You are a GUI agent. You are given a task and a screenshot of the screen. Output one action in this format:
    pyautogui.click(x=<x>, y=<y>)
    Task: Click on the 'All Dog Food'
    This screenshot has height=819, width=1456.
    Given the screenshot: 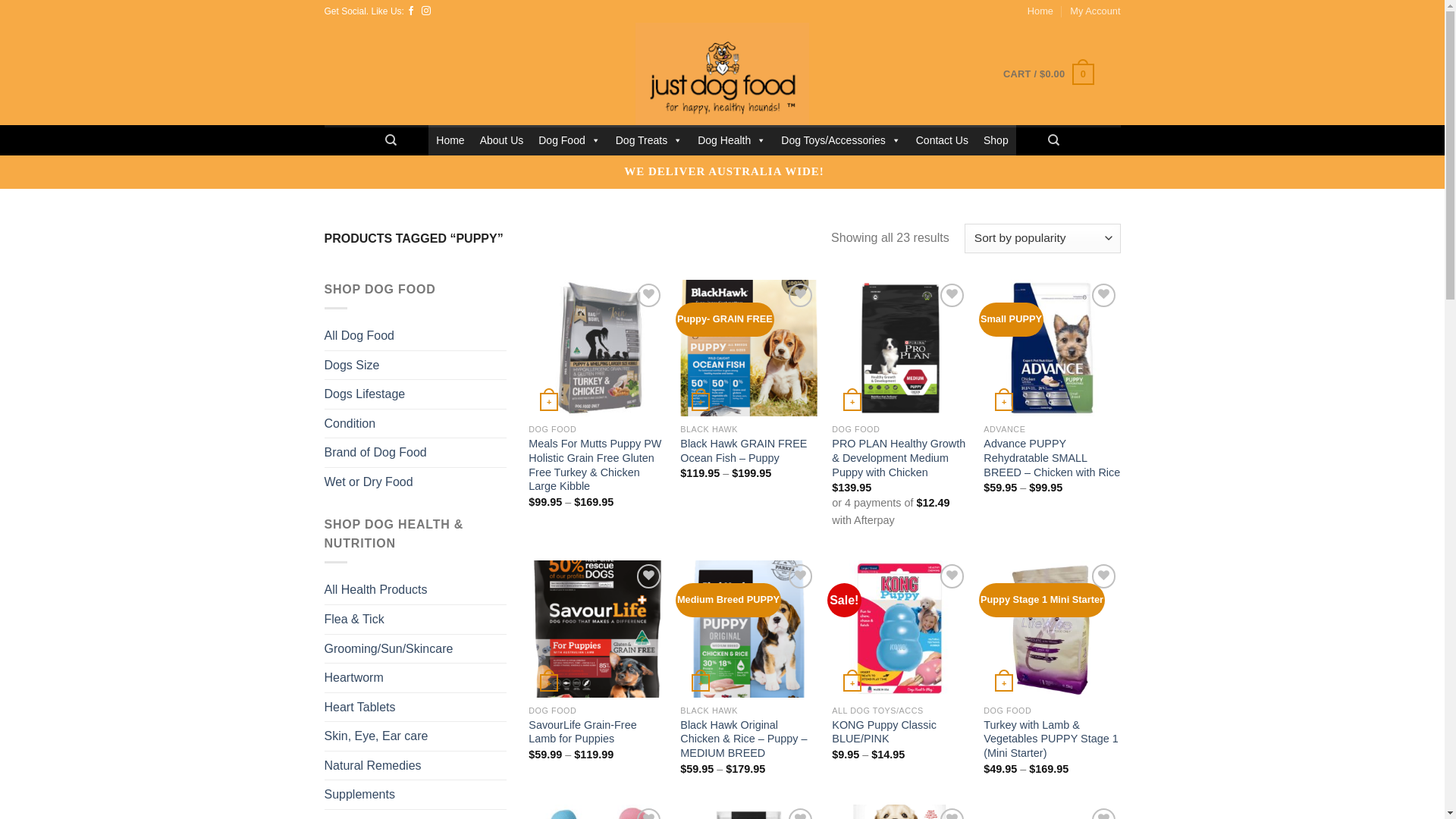 What is the action you would take?
    pyautogui.click(x=359, y=335)
    